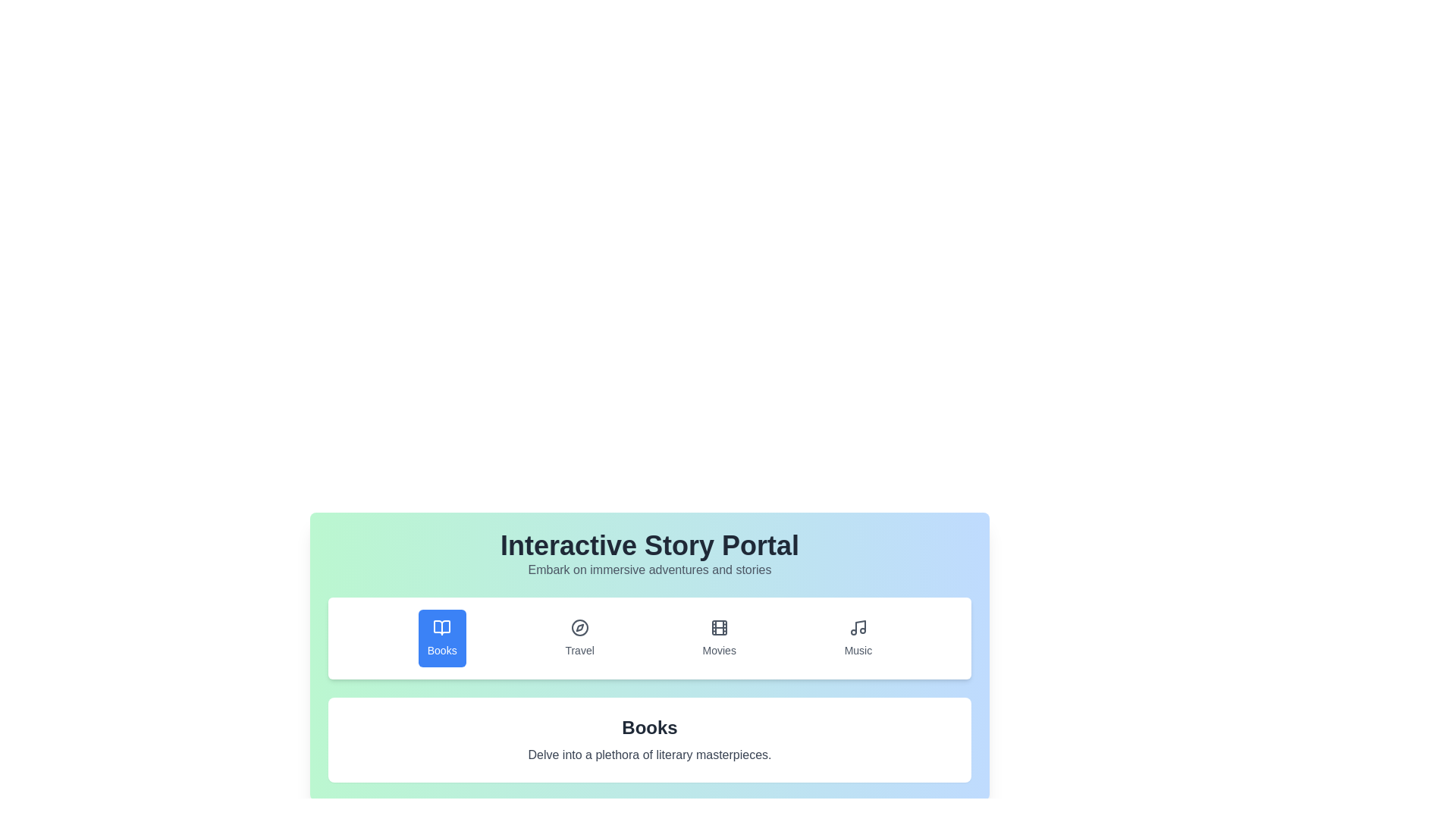 The width and height of the screenshot is (1456, 819). I want to click on the 'Travel' navigation icon, which is the second icon from the left in the middle section of the interface below the header, so click(579, 628).